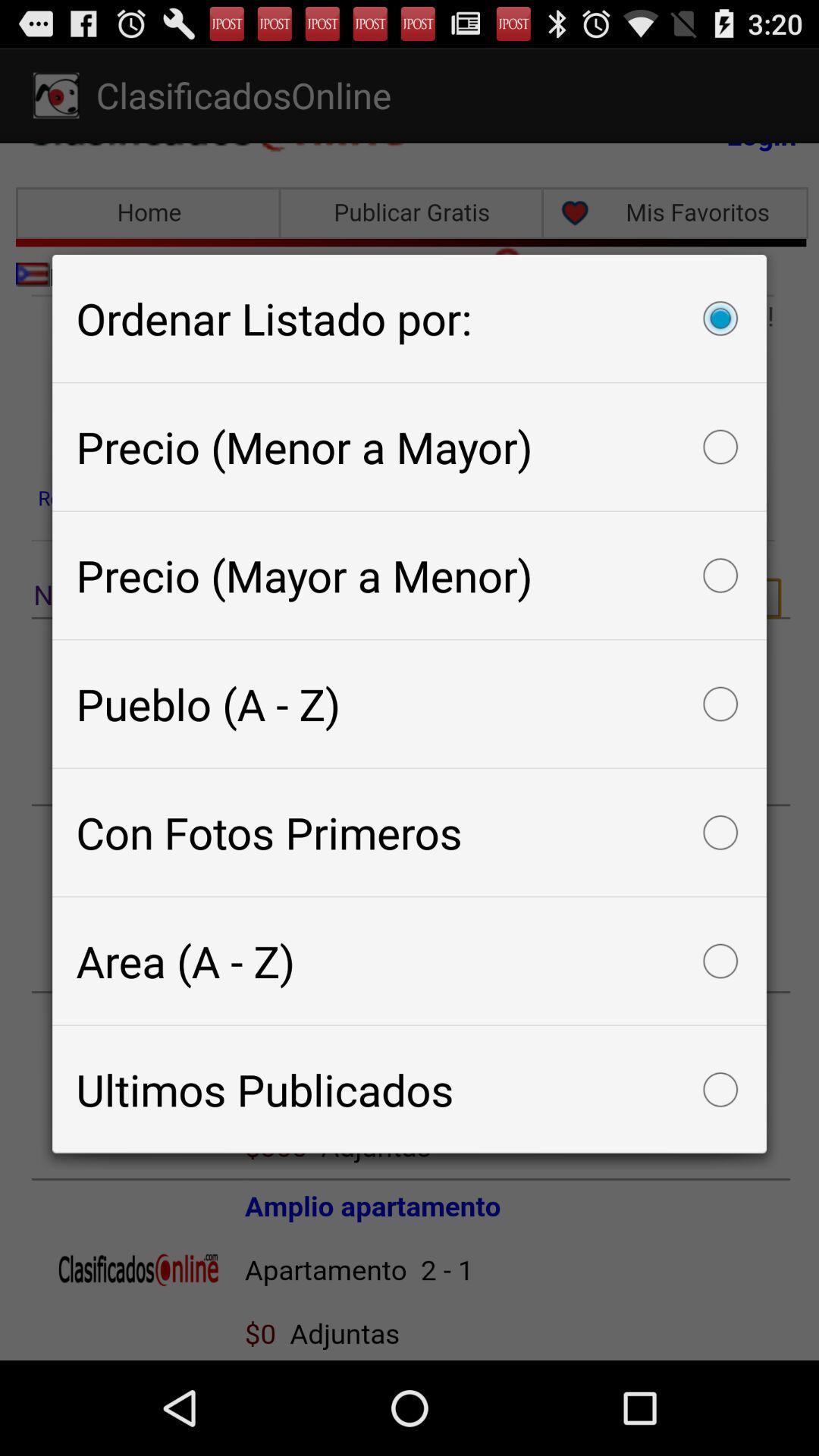  What do you see at coordinates (409, 832) in the screenshot?
I see `the con fotos primeros icon` at bounding box center [409, 832].